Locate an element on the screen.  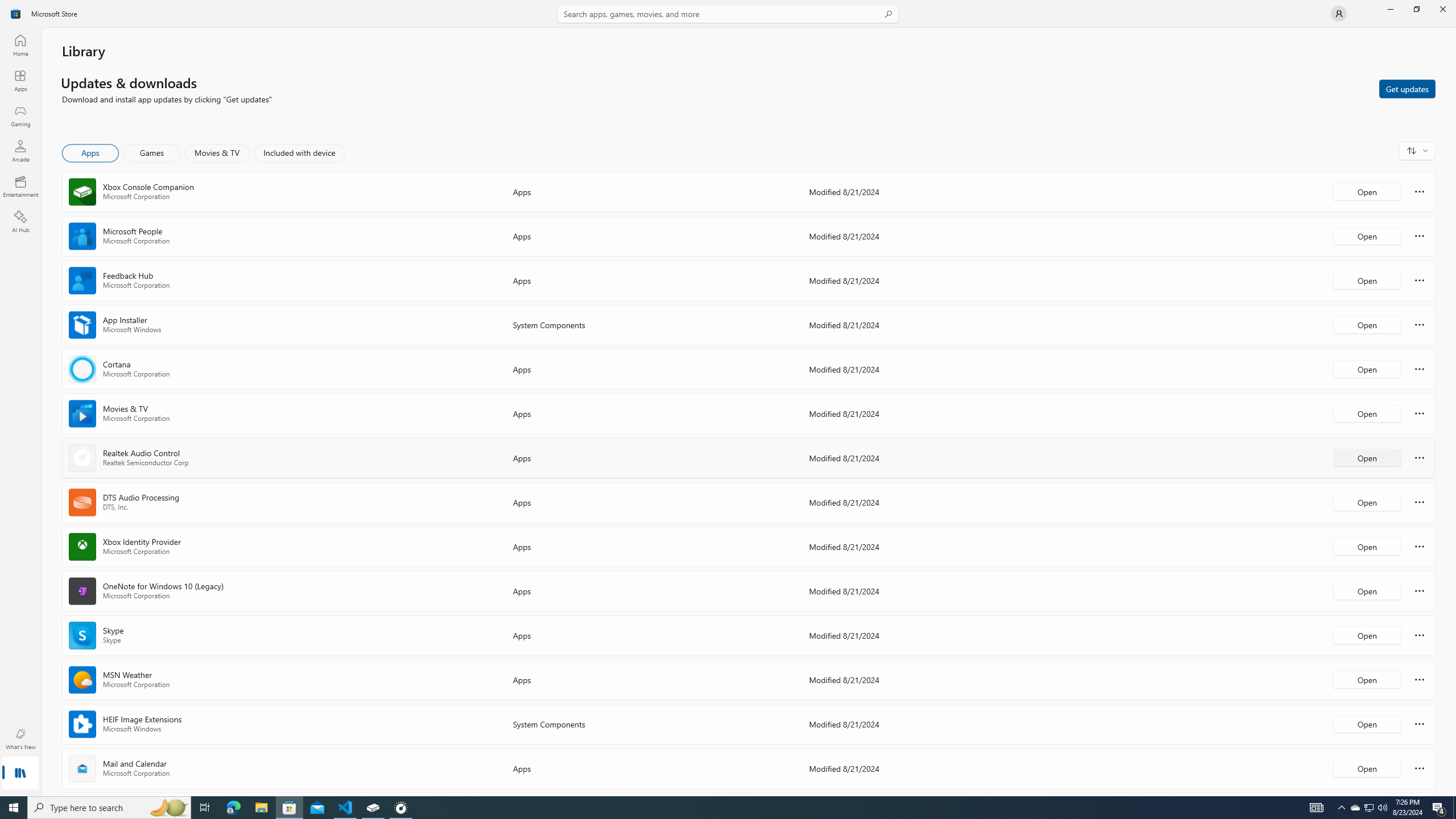
'Included with device' is located at coordinates (299, 152).